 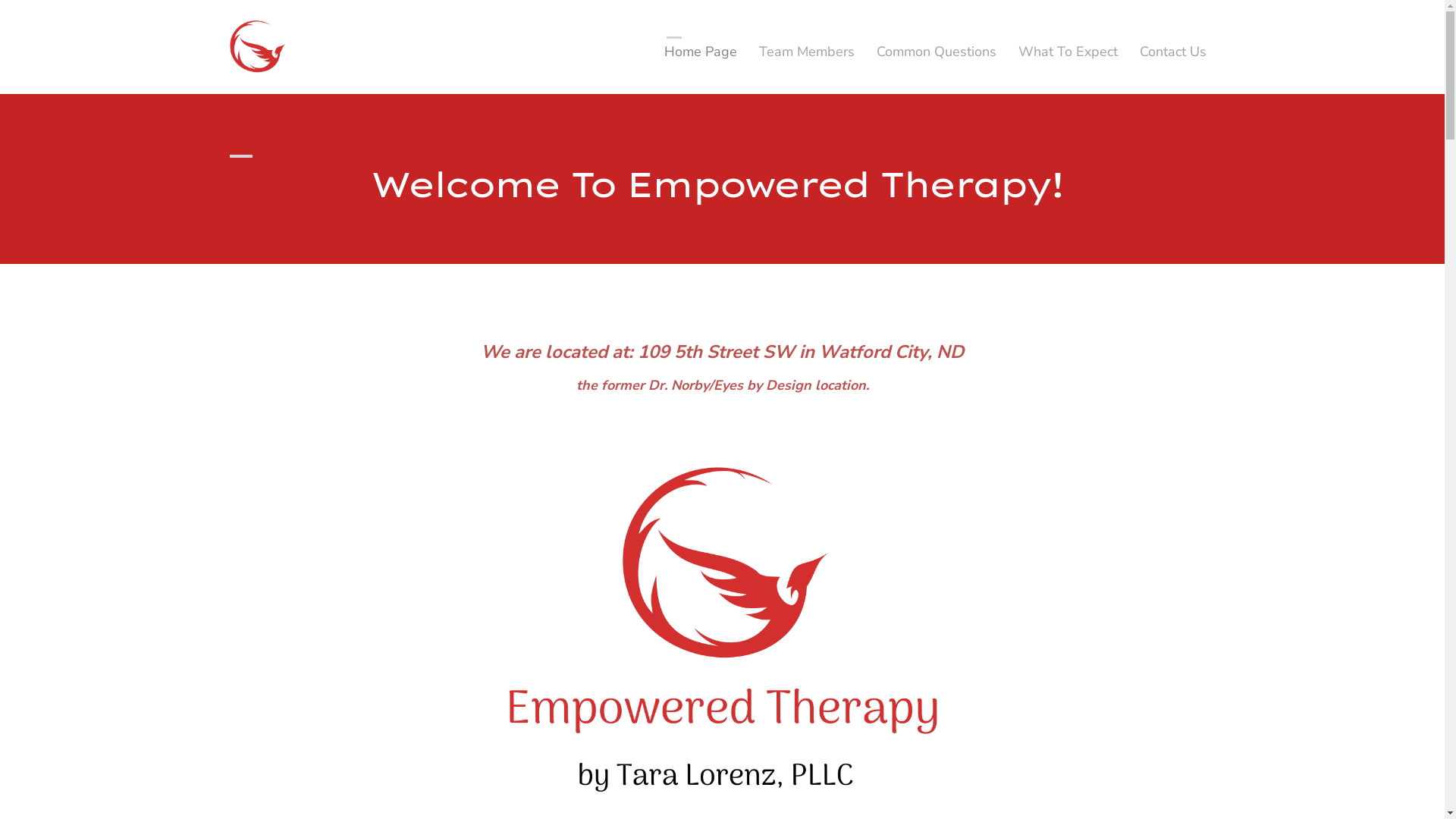 What do you see at coordinates (1067, 51) in the screenshot?
I see `'What To Expect'` at bounding box center [1067, 51].